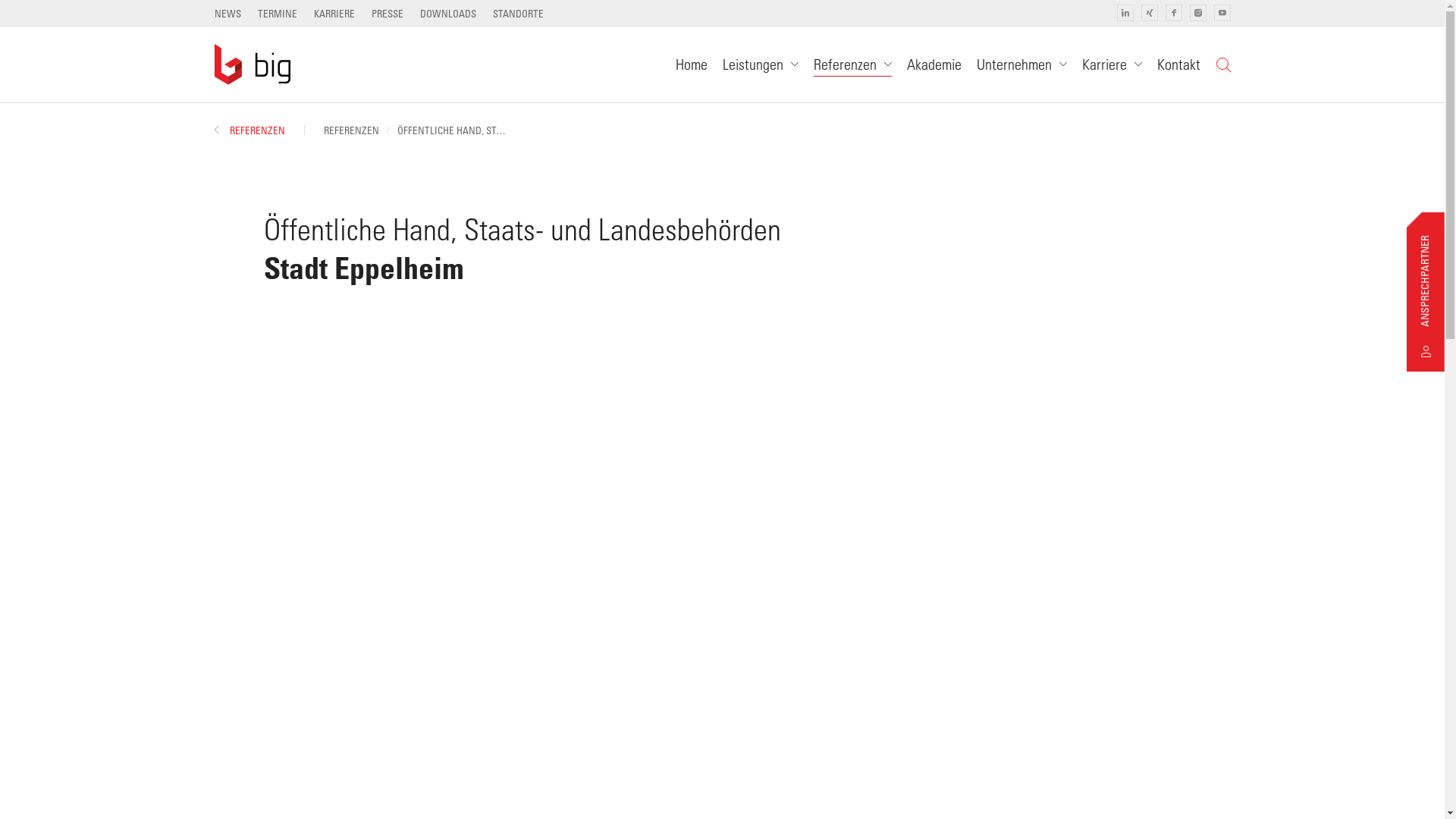 Image resolution: width=1456 pixels, height=819 pixels. Describe the element at coordinates (934, 63) in the screenshot. I see `'Akademie'` at that location.